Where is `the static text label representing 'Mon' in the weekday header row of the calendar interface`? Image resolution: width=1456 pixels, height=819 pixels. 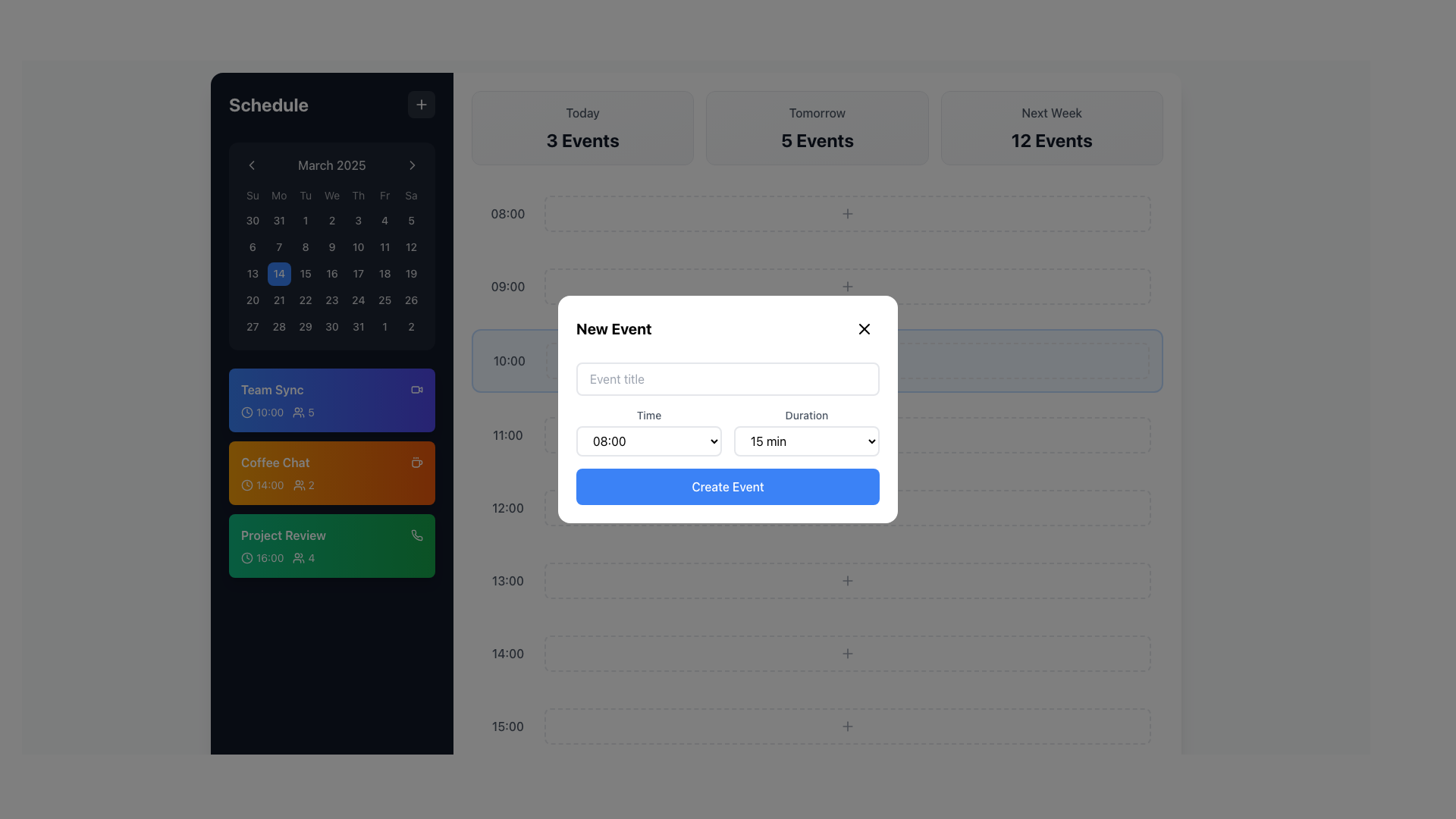
the static text label representing 'Mon' in the weekday header row of the calendar interface is located at coordinates (279, 195).